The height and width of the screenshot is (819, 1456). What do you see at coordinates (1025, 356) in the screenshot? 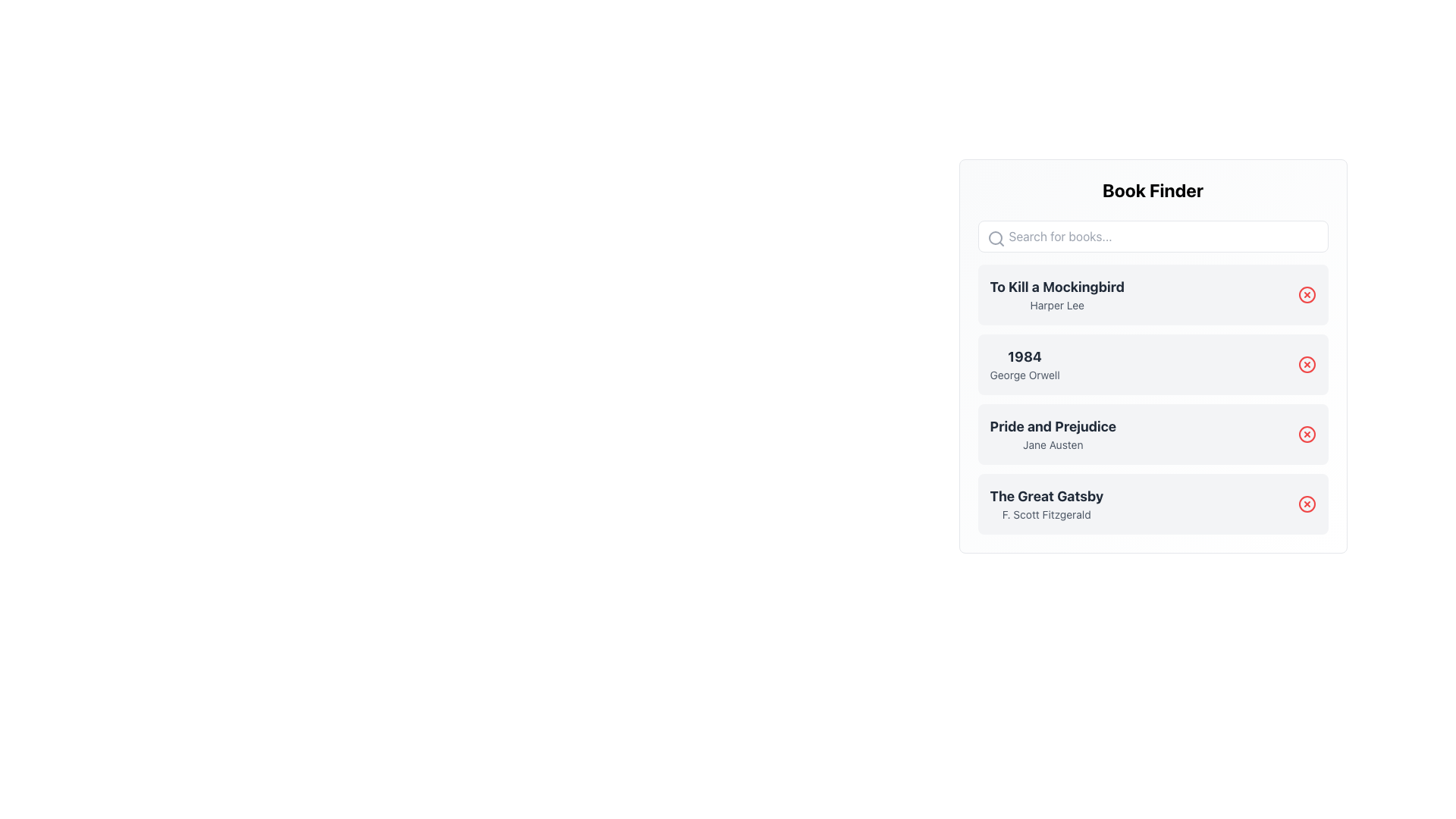
I see `the text label displaying '1984' in bold and large font size` at bounding box center [1025, 356].